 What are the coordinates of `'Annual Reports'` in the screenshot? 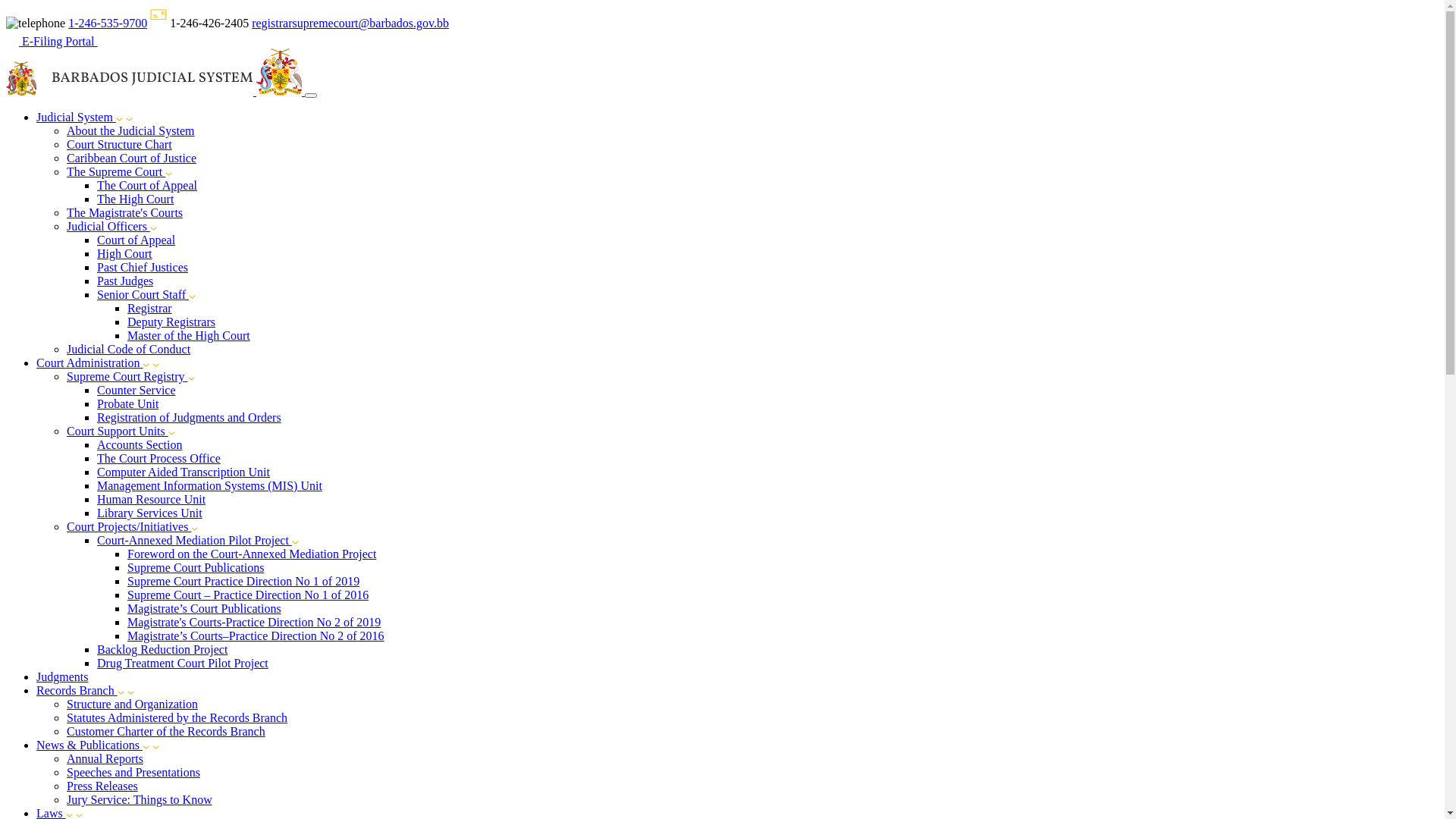 It's located at (104, 758).